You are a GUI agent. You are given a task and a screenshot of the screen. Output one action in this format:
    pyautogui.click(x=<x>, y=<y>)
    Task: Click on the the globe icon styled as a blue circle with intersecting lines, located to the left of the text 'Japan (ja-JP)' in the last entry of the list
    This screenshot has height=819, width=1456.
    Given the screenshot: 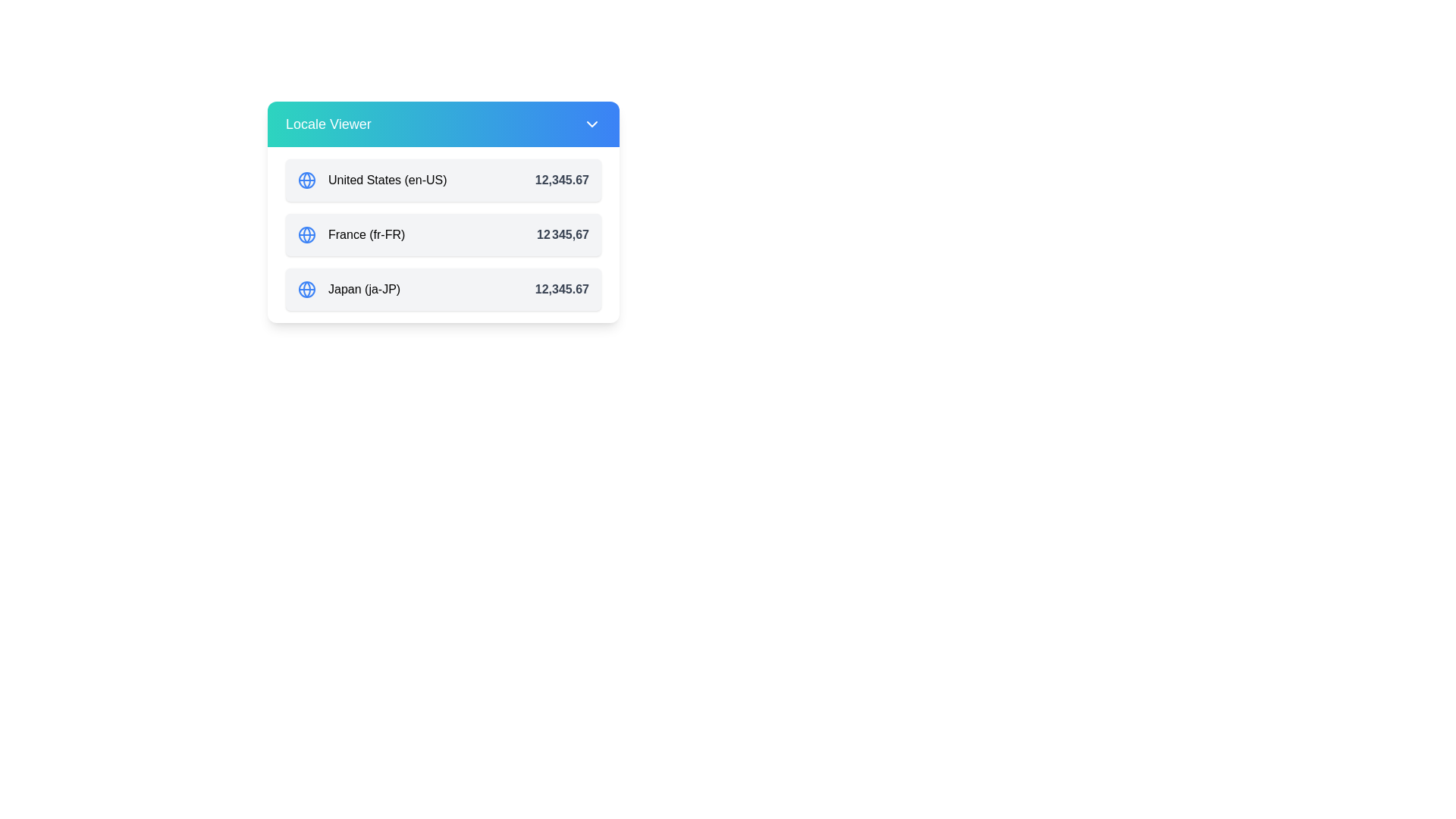 What is the action you would take?
    pyautogui.click(x=306, y=289)
    